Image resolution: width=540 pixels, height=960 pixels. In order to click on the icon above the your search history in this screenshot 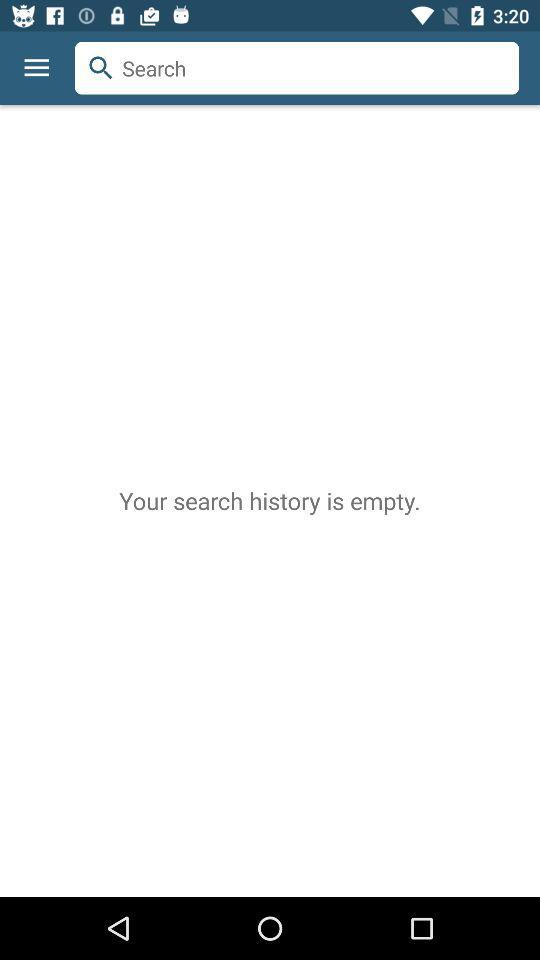, I will do `click(36, 68)`.